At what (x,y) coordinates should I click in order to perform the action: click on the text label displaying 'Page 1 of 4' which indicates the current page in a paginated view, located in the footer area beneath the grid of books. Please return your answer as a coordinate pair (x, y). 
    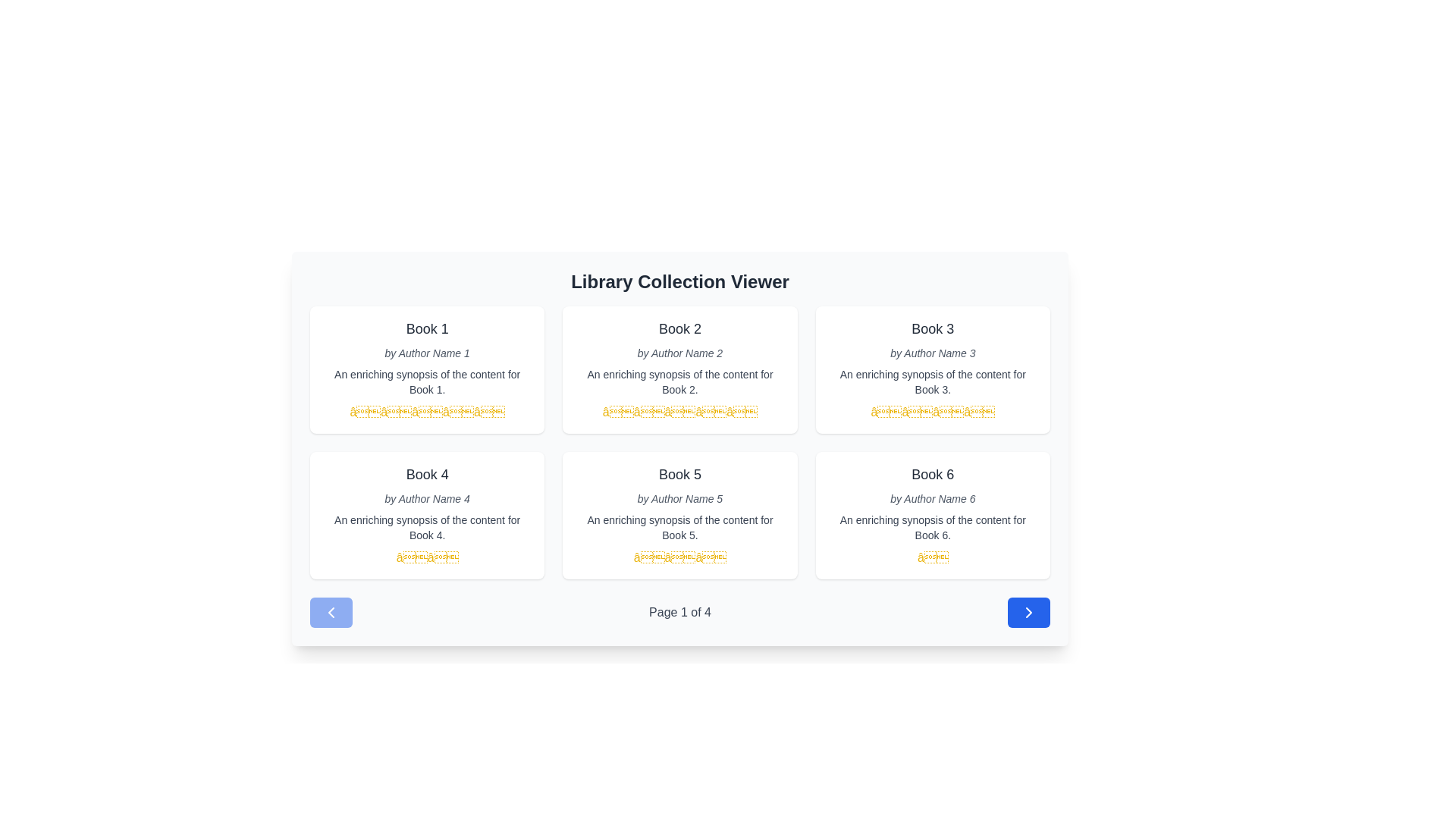
    Looking at the image, I should click on (679, 611).